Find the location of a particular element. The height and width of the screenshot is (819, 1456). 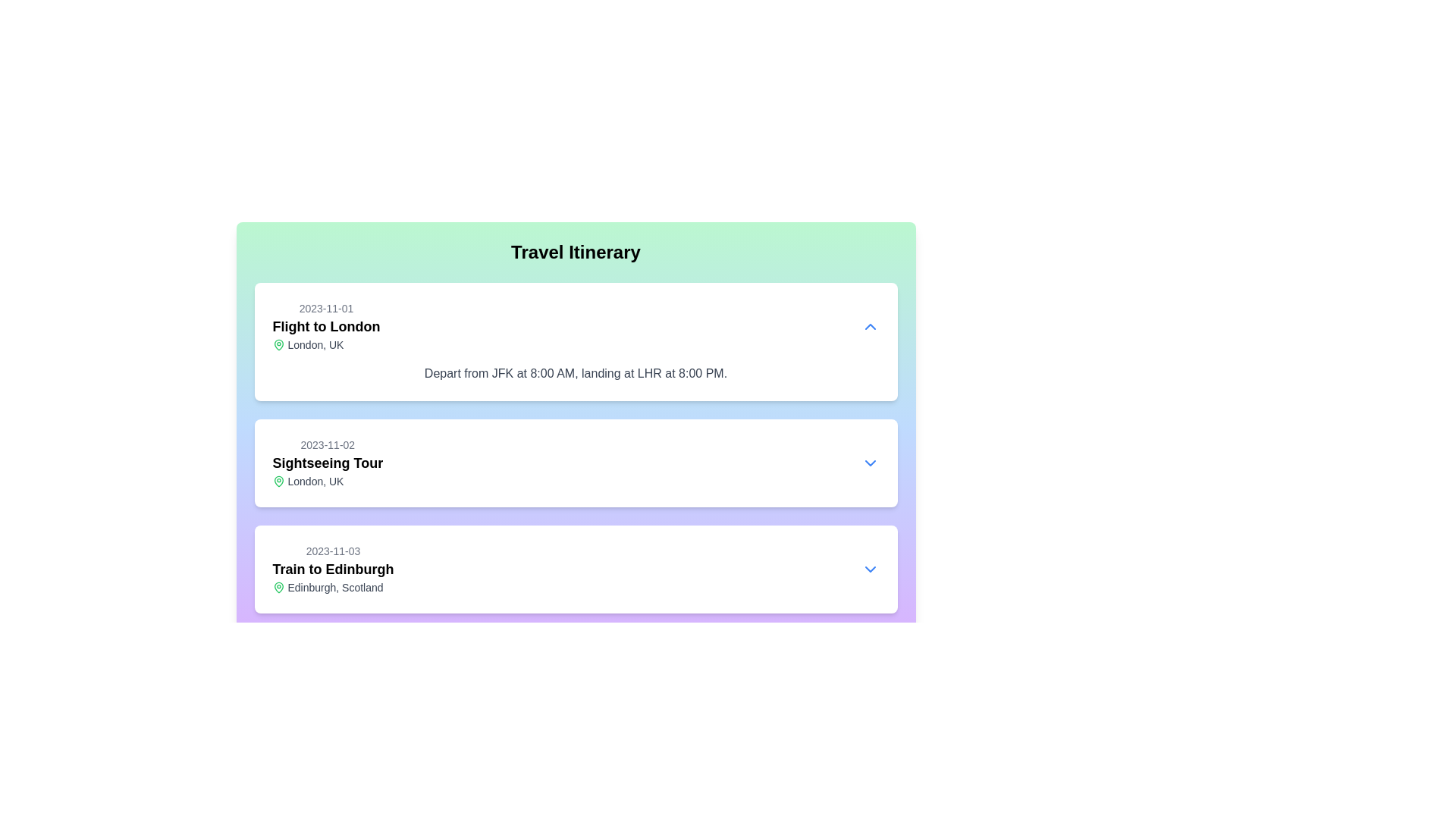

the map pin icon indicating the 'Sightseeing Tour' location next to the text 'London, UK' is located at coordinates (278, 482).